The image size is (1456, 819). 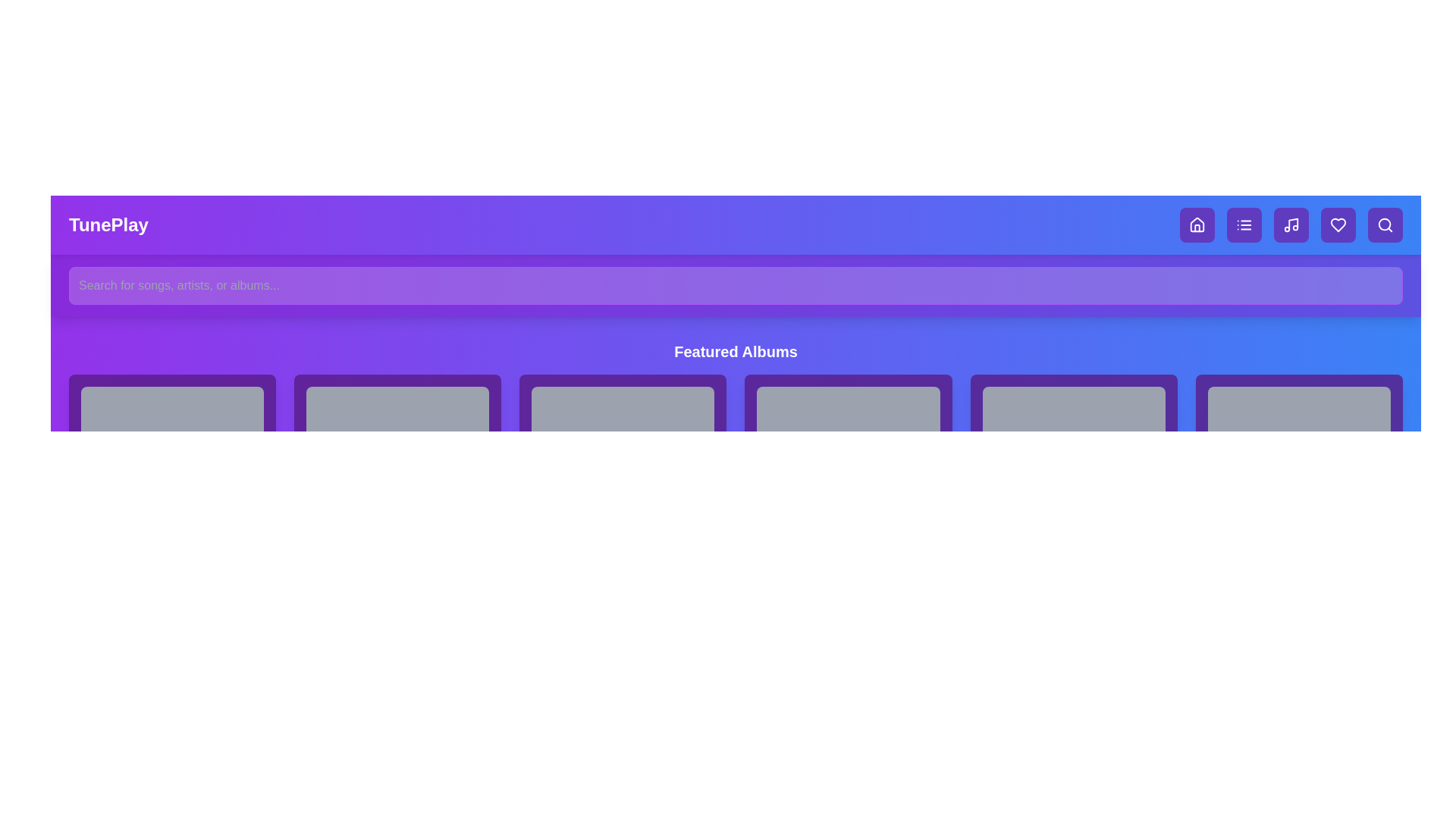 I want to click on the search input field to activate it for text entry, so click(x=736, y=286).